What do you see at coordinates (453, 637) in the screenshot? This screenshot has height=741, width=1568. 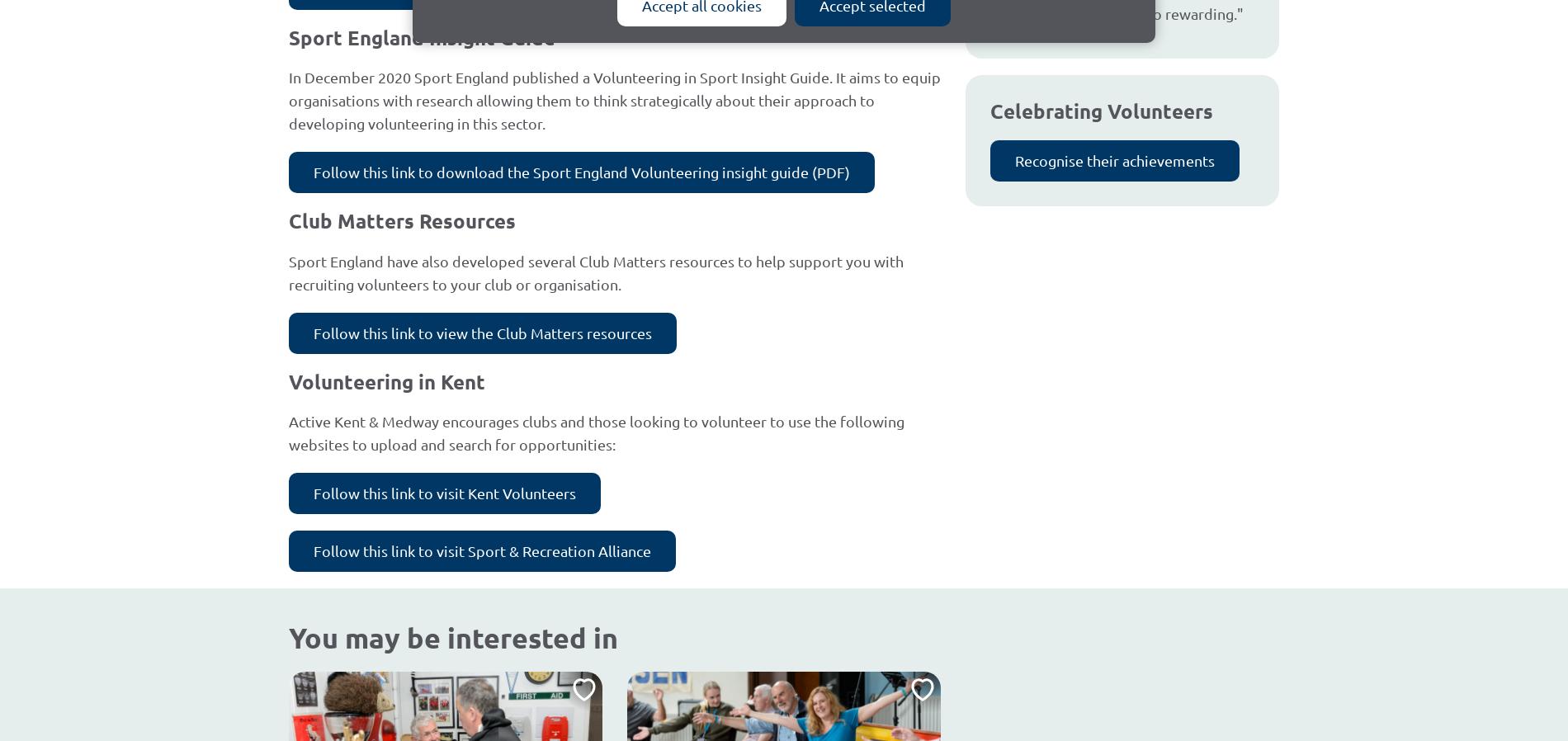 I see `'You may be interested in'` at bounding box center [453, 637].